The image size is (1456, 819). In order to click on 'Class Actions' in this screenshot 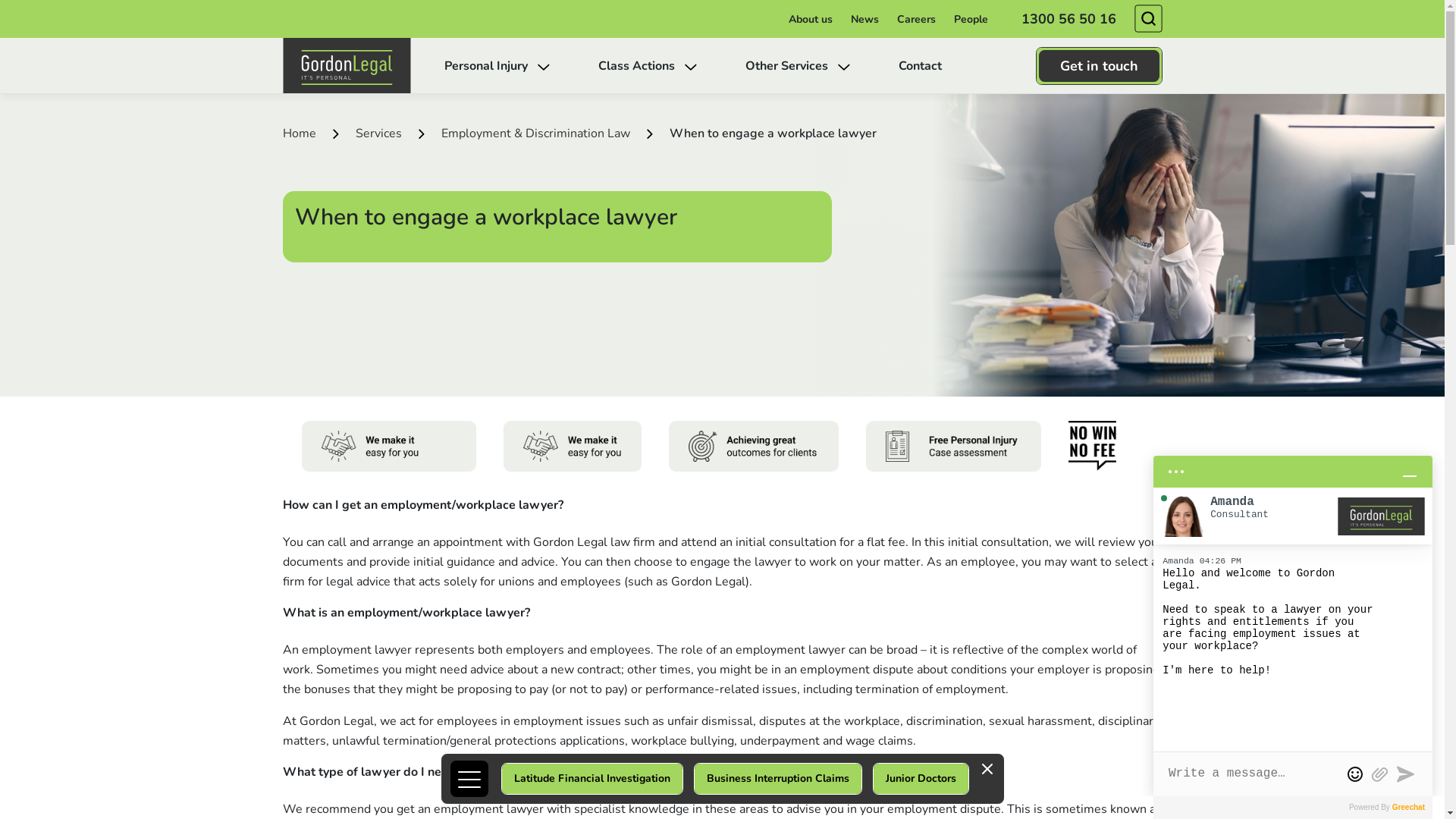, I will do `click(647, 65)`.